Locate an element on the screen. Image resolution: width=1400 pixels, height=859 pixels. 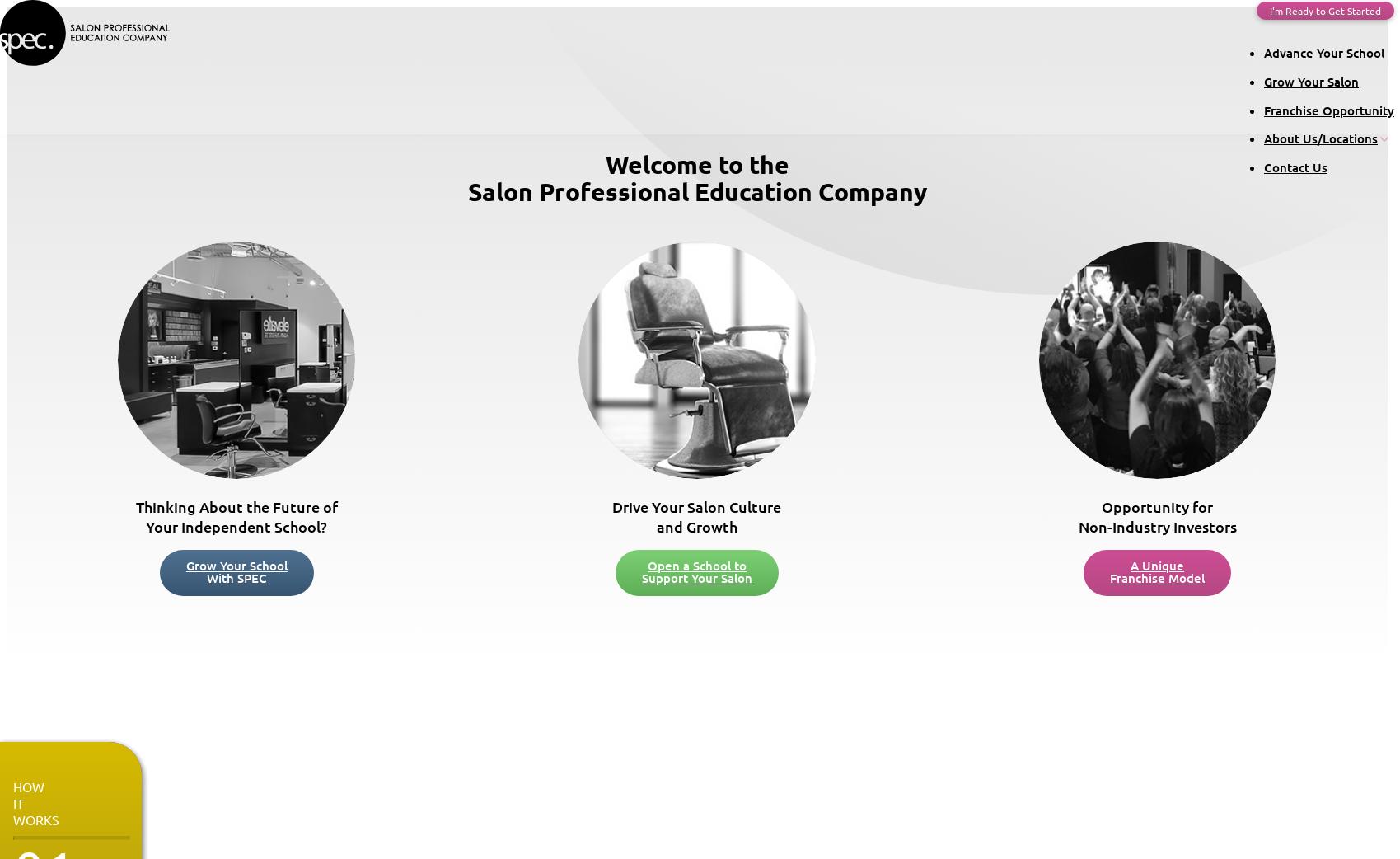
'Drive Your Salon Culture' is located at coordinates (696, 505).